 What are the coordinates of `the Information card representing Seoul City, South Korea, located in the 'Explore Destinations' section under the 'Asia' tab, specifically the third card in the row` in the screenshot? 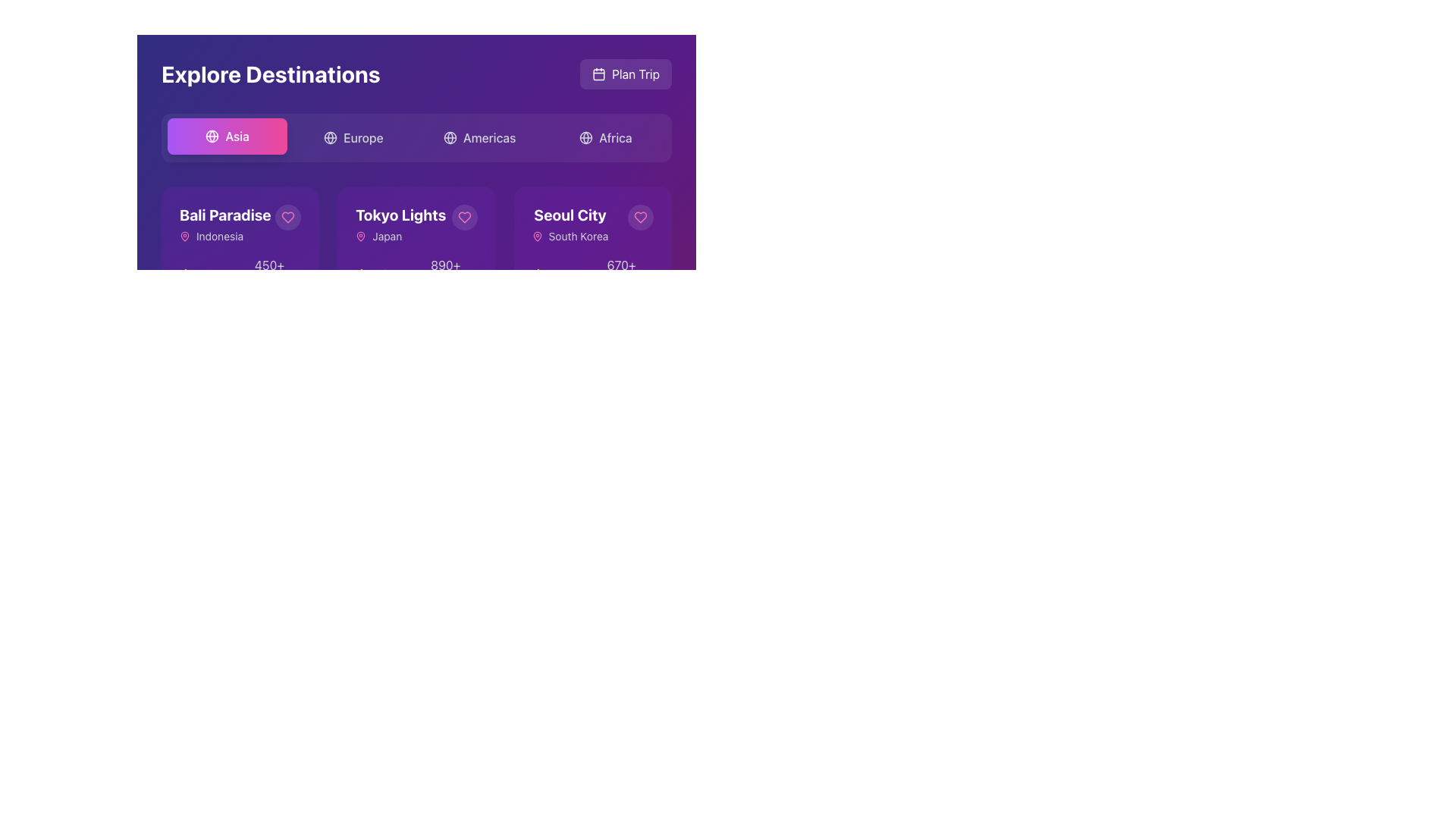 It's located at (591, 224).